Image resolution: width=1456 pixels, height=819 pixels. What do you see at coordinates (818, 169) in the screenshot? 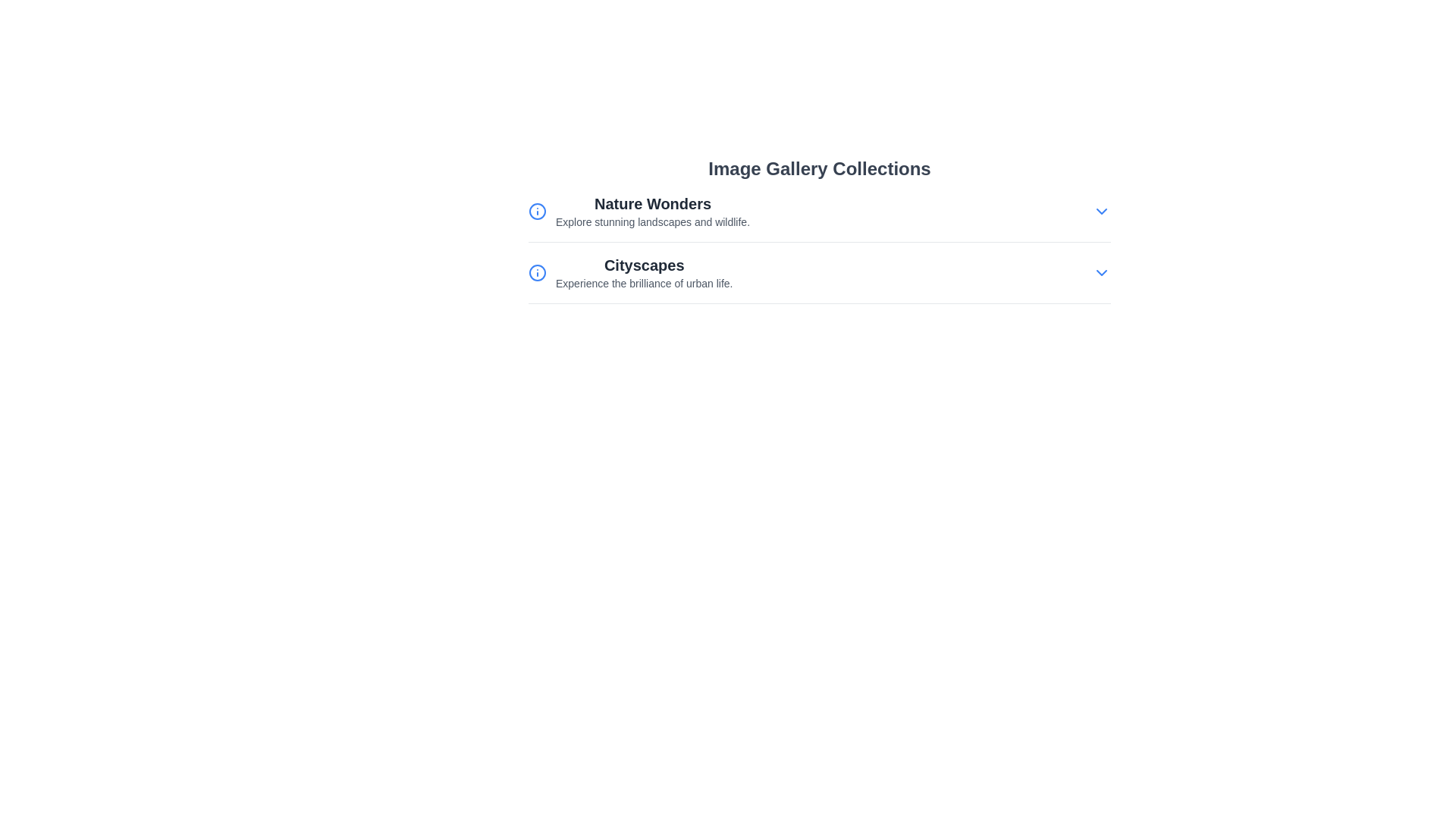
I see `centered header text 'Image Gallery Collections' which is prominently displayed at the top of its section in a larger bold font` at bounding box center [818, 169].